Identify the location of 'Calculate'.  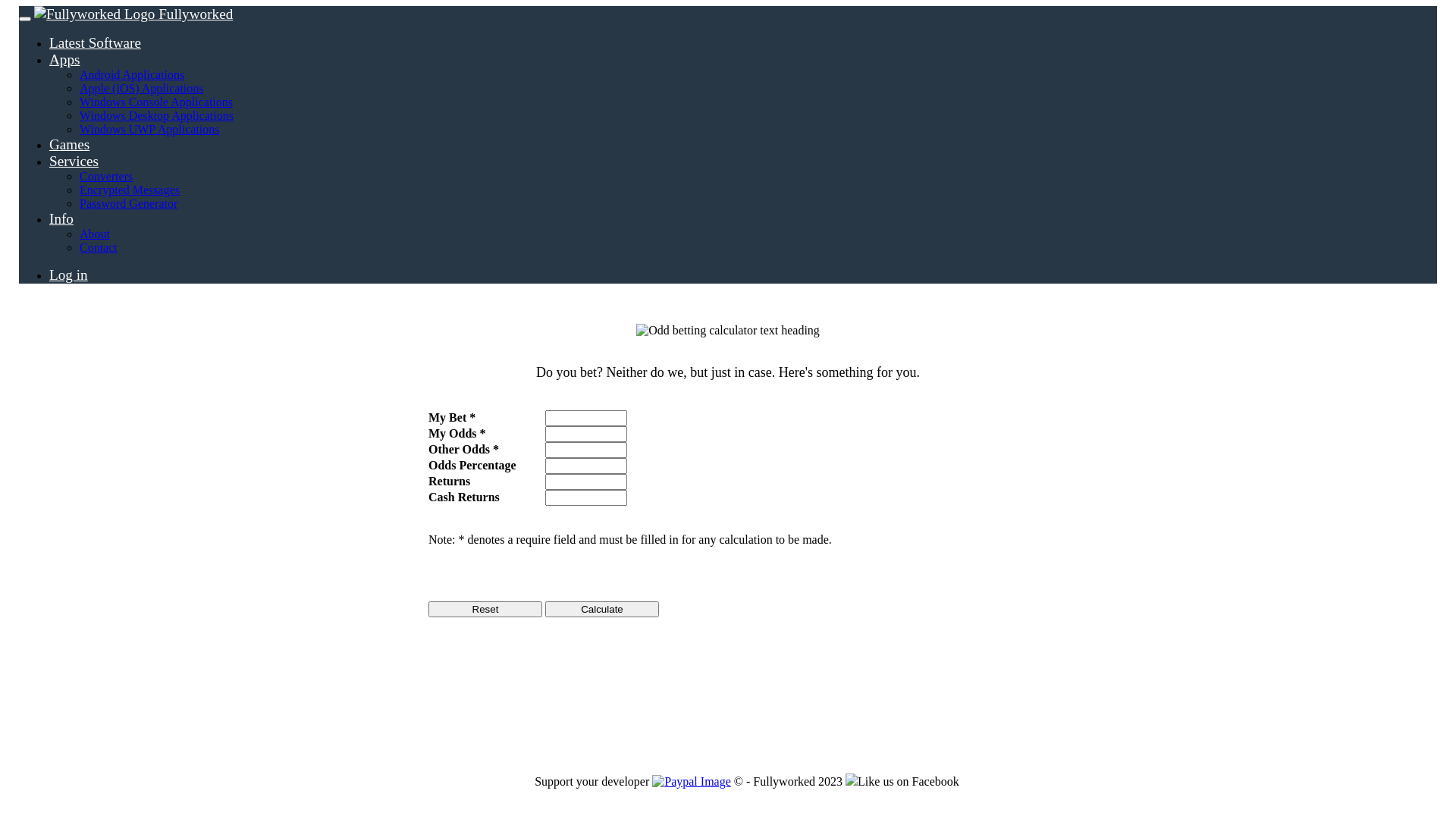
(601, 608).